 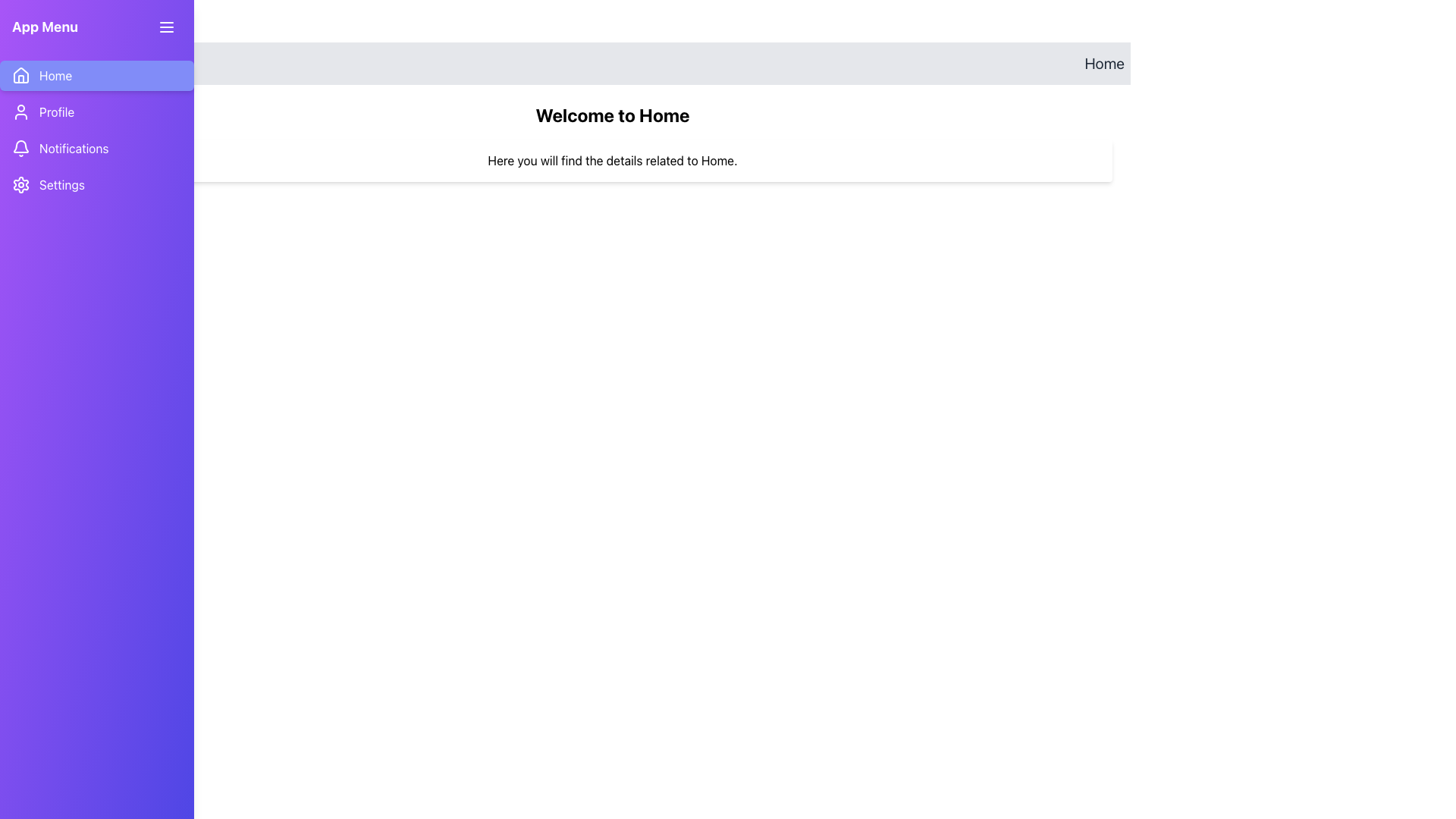 I want to click on the bold header text element that reads 'Welcome to Home', which is prominently placed at the top of the main content area, so click(x=612, y=114).